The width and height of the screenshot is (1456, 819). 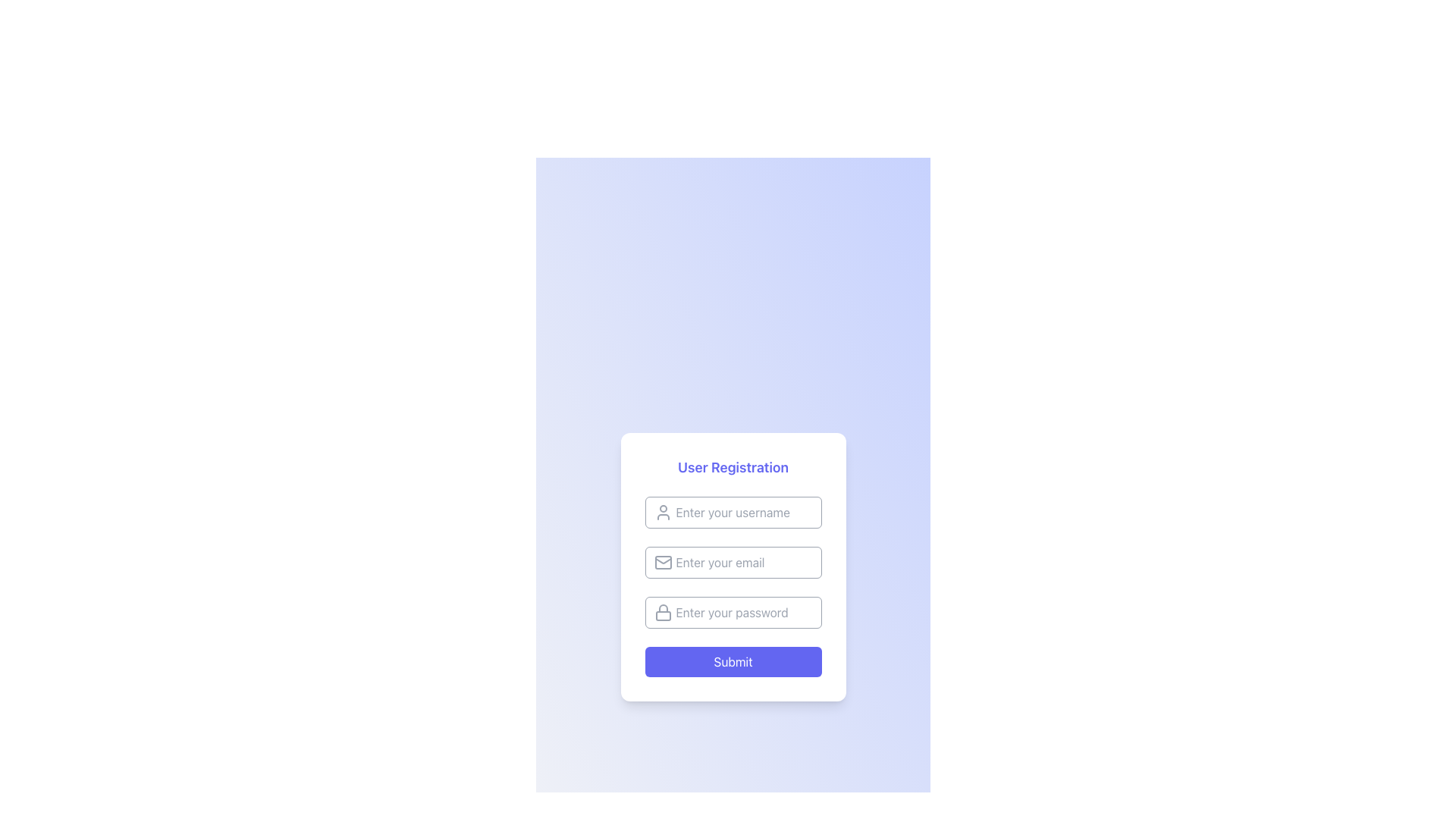 What do you see at coordinates (663, 512) in the screenshot?
I see `the decorative SVG icon located on the left side of the first input field in the 'User Registration' form, which visually represents the purpose of the input related to user information` at bounding box center [663, 512].